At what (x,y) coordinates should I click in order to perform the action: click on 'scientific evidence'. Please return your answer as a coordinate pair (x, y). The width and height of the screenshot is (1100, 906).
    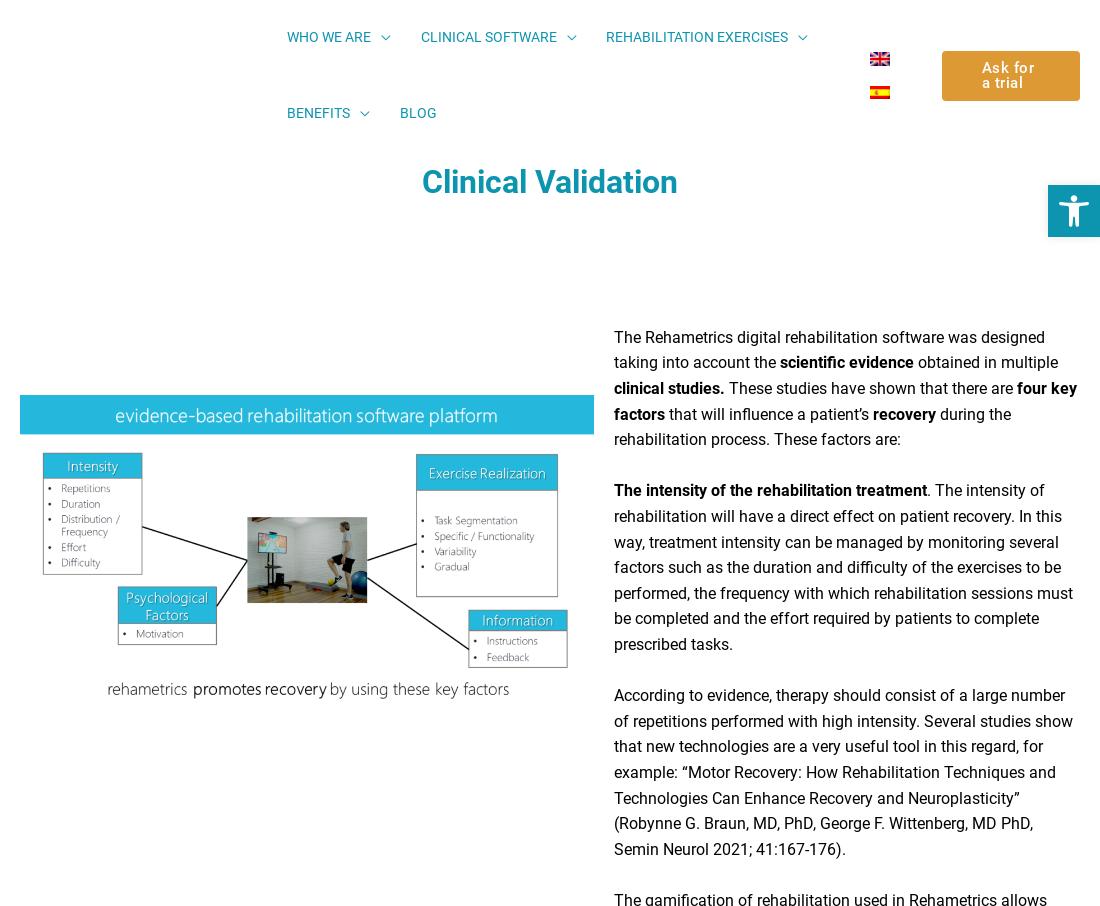
    Looking at the image, I should click on (845, 369).